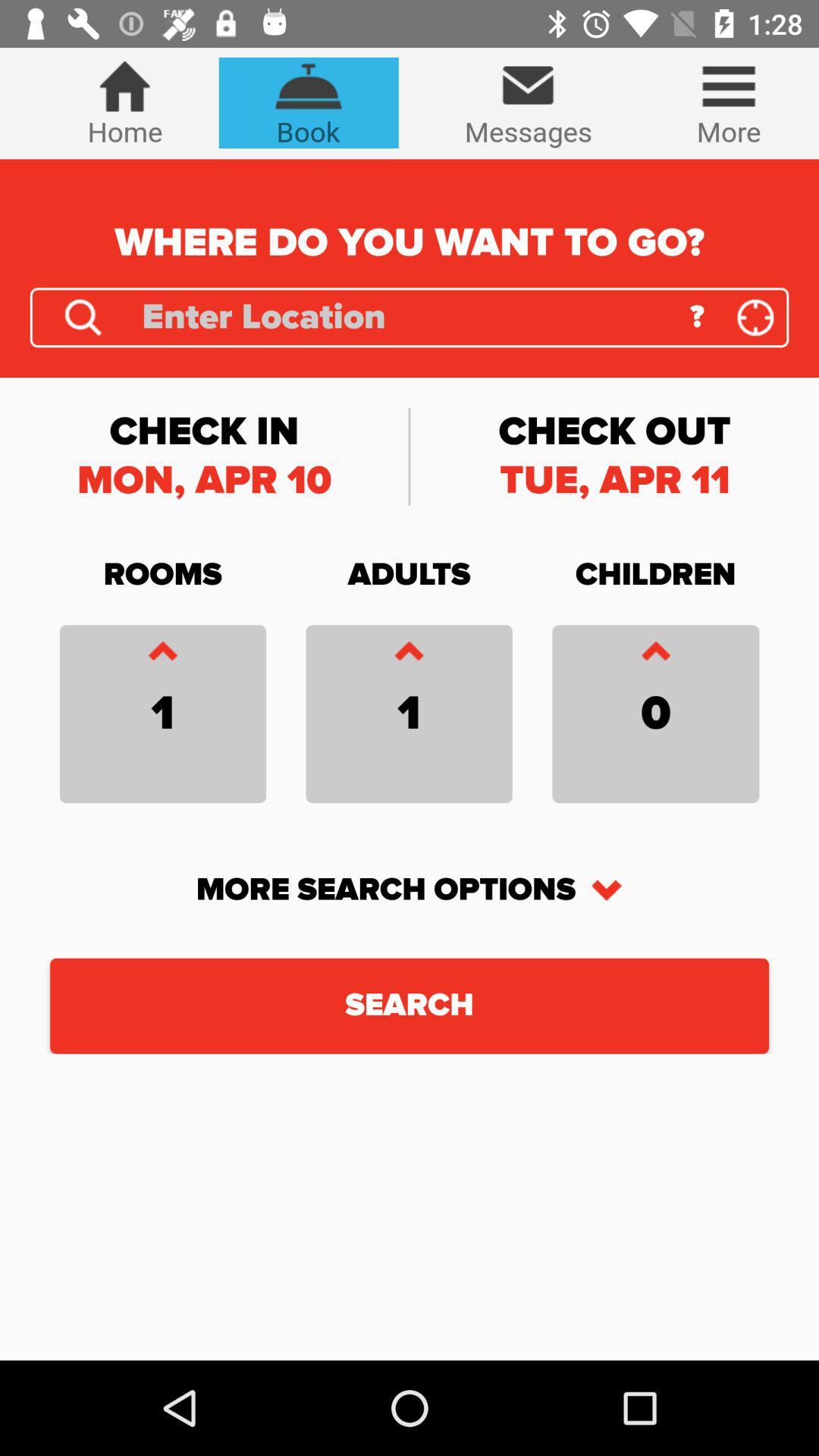 The width and height of the screenshot is (819, 1456). Describe the element at coordinates (755, 316) in the screenshot. I see `locate your location` at that location.